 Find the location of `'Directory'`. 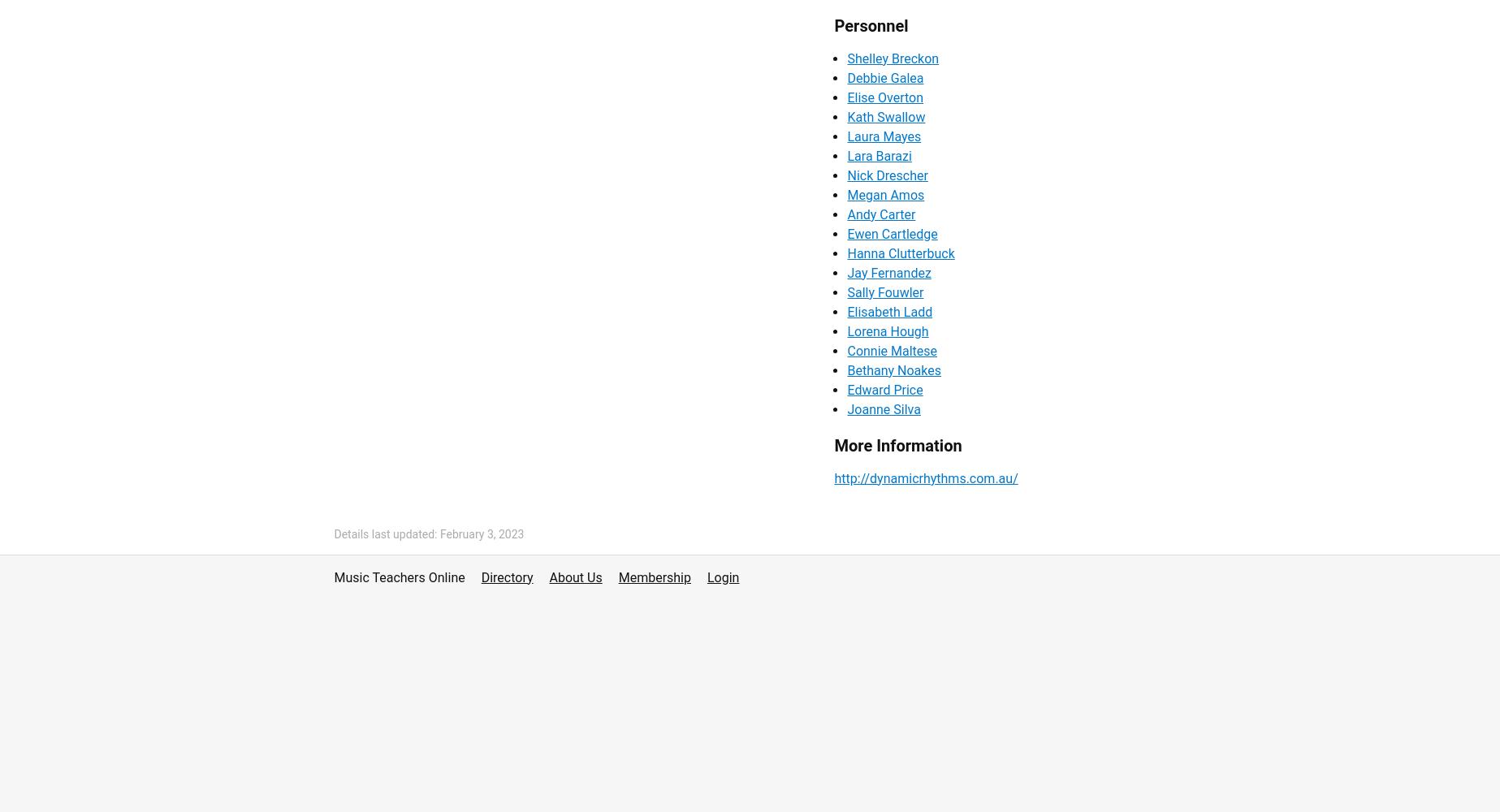

'Directory' is located at coordinates (506, 576).